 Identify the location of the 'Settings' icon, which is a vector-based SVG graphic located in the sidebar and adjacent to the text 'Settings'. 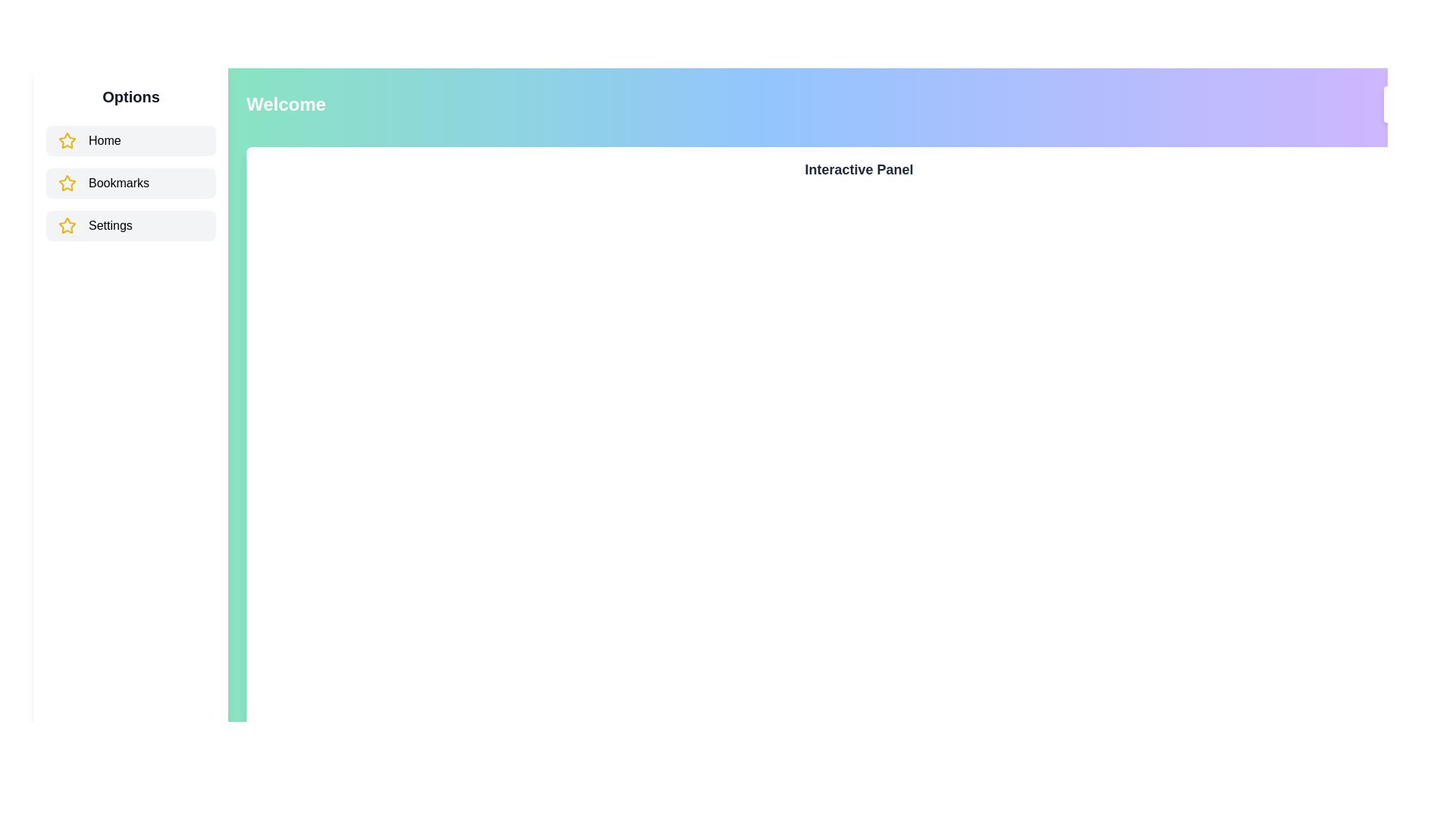
(67, 225).